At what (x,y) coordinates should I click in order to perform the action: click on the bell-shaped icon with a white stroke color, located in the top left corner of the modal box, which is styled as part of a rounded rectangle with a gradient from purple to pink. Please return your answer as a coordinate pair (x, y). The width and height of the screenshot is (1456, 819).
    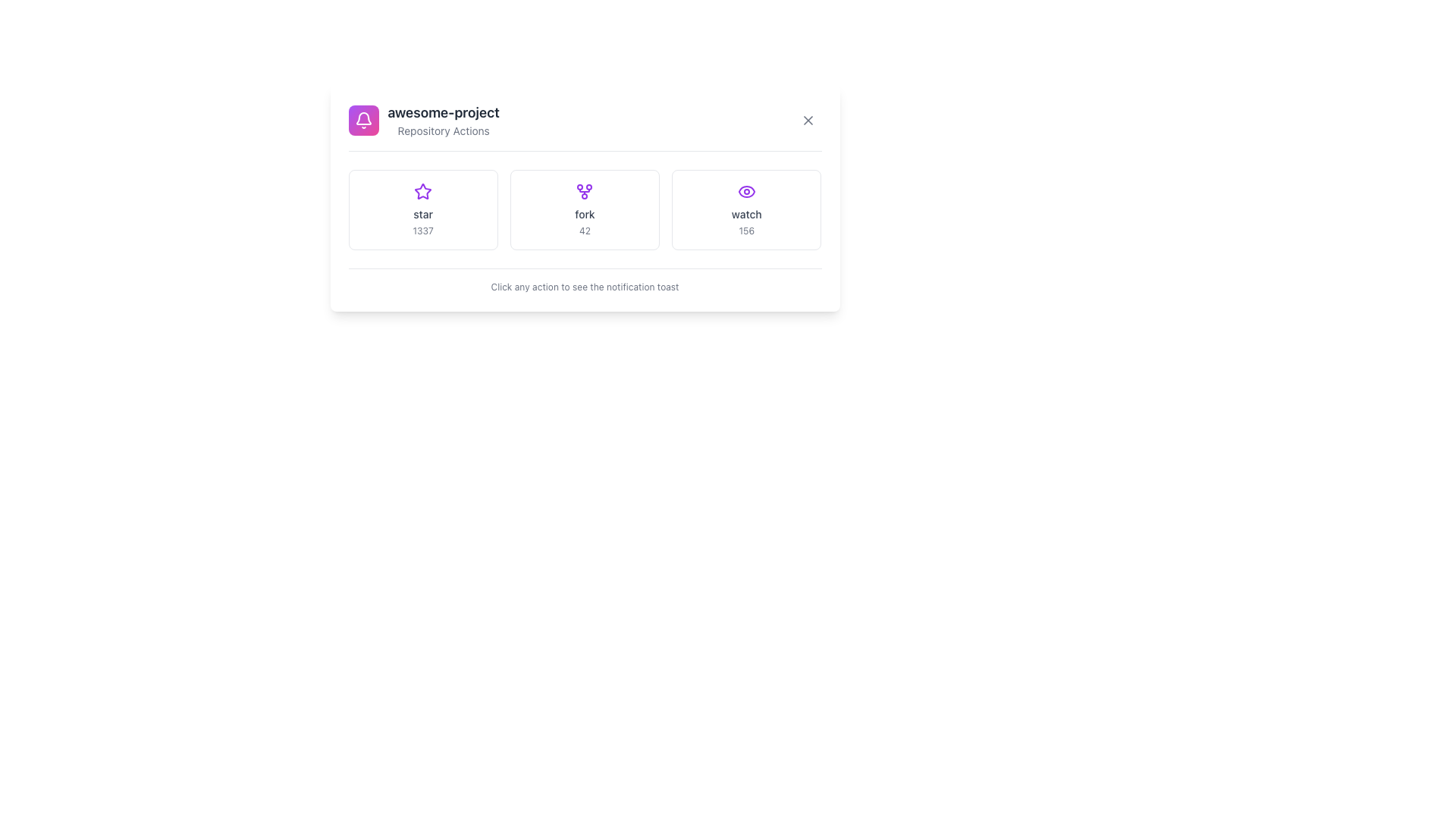
    Looking at the image, I should click on (362, 119).